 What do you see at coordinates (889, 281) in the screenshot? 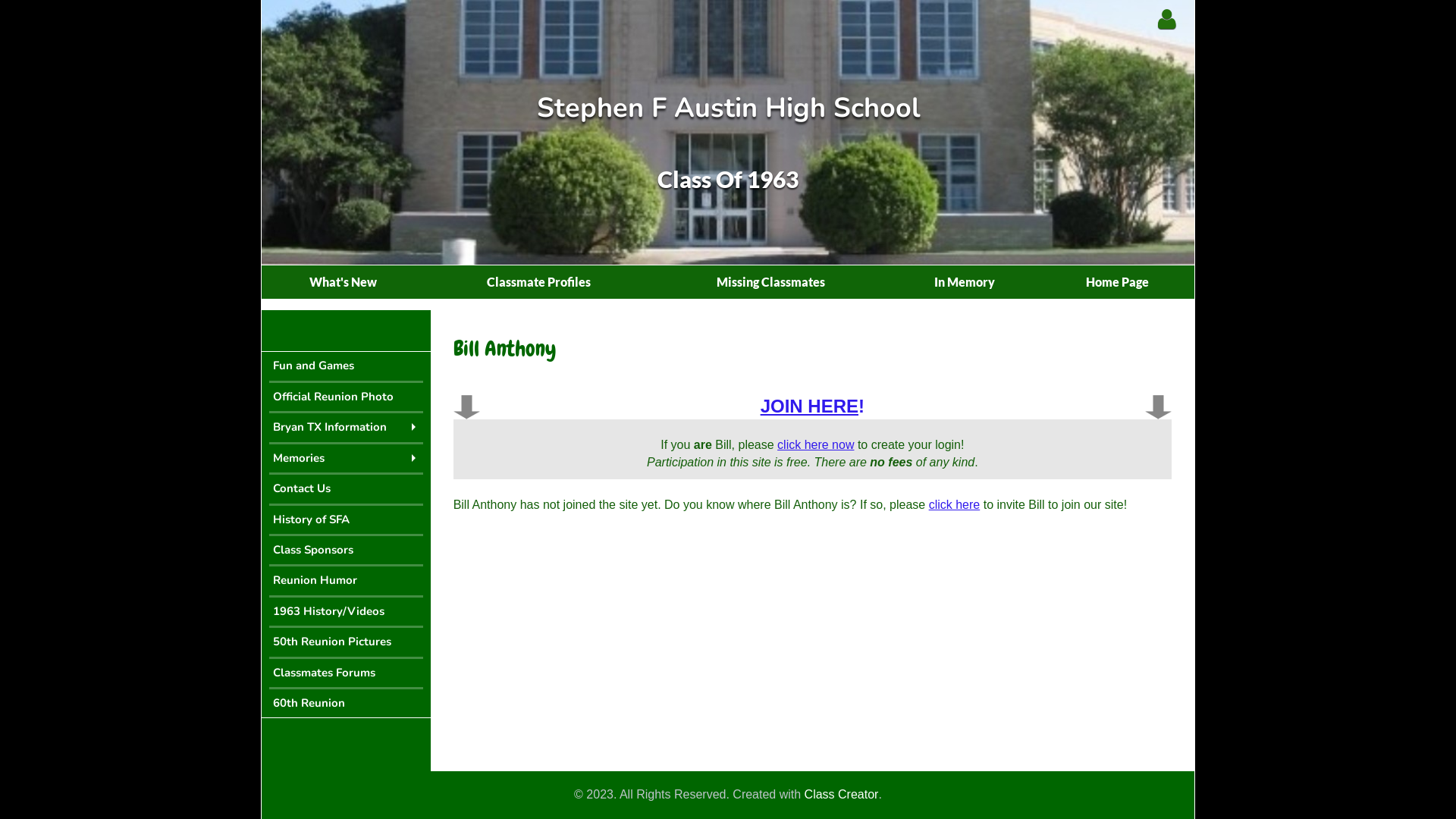
I see `'In Memory'` at bounding box center [889, 281].